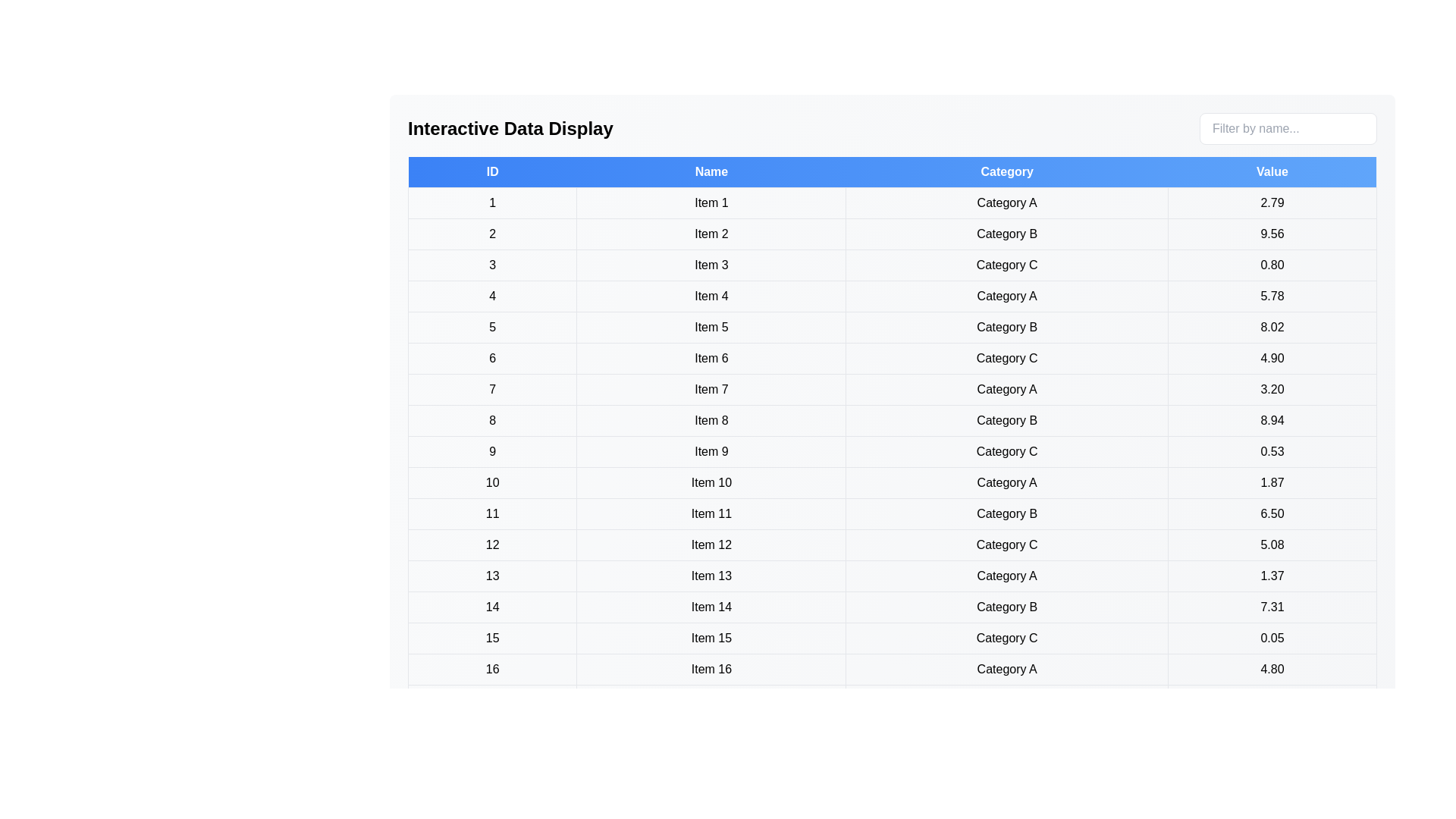  I want to click on the table header to sort the table by Name, so click(711, 171).